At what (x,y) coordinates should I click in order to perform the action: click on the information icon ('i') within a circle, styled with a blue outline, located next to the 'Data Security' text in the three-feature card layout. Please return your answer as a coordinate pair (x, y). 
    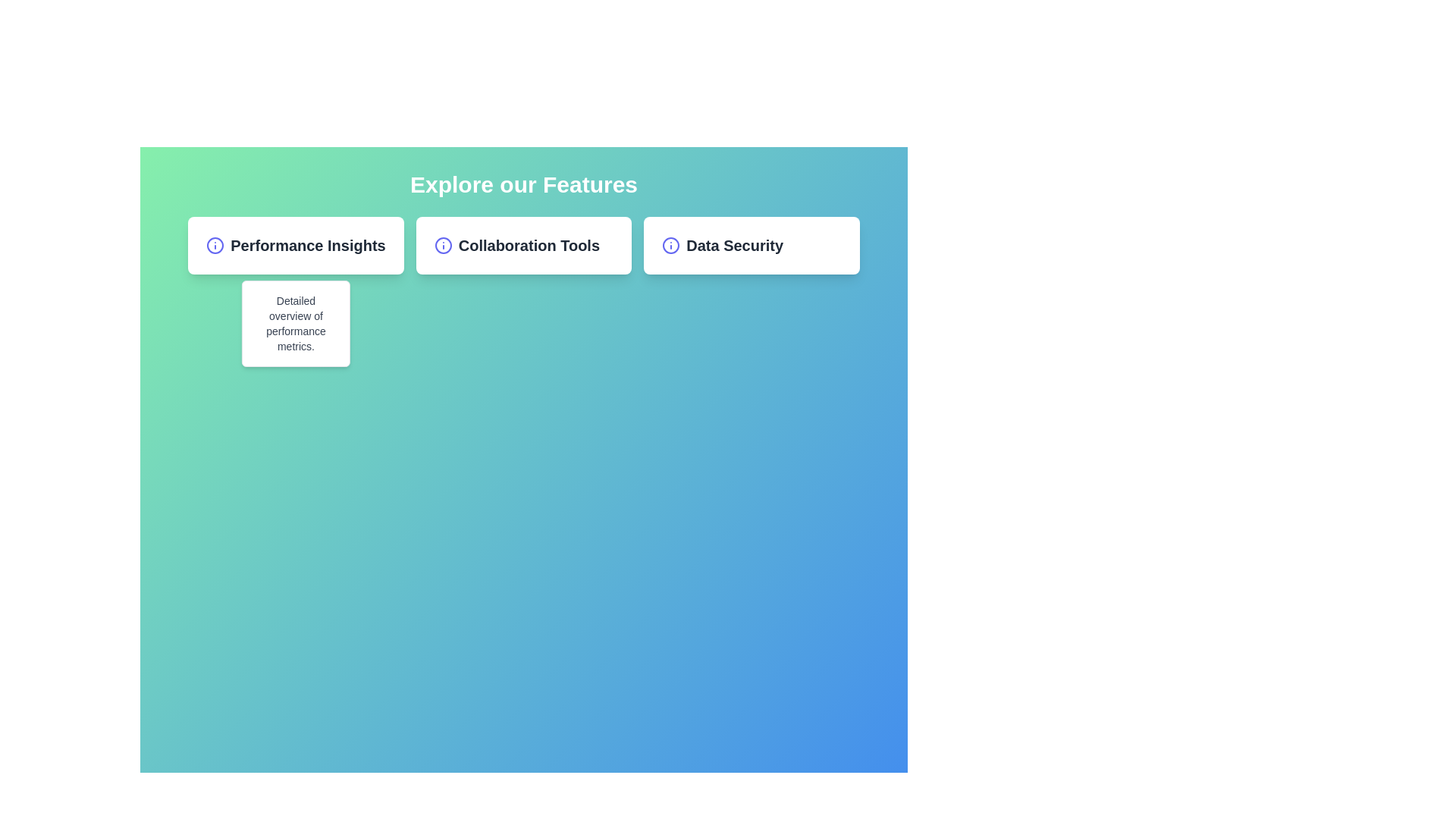
    Looking at the image, I should click on (670, 245).